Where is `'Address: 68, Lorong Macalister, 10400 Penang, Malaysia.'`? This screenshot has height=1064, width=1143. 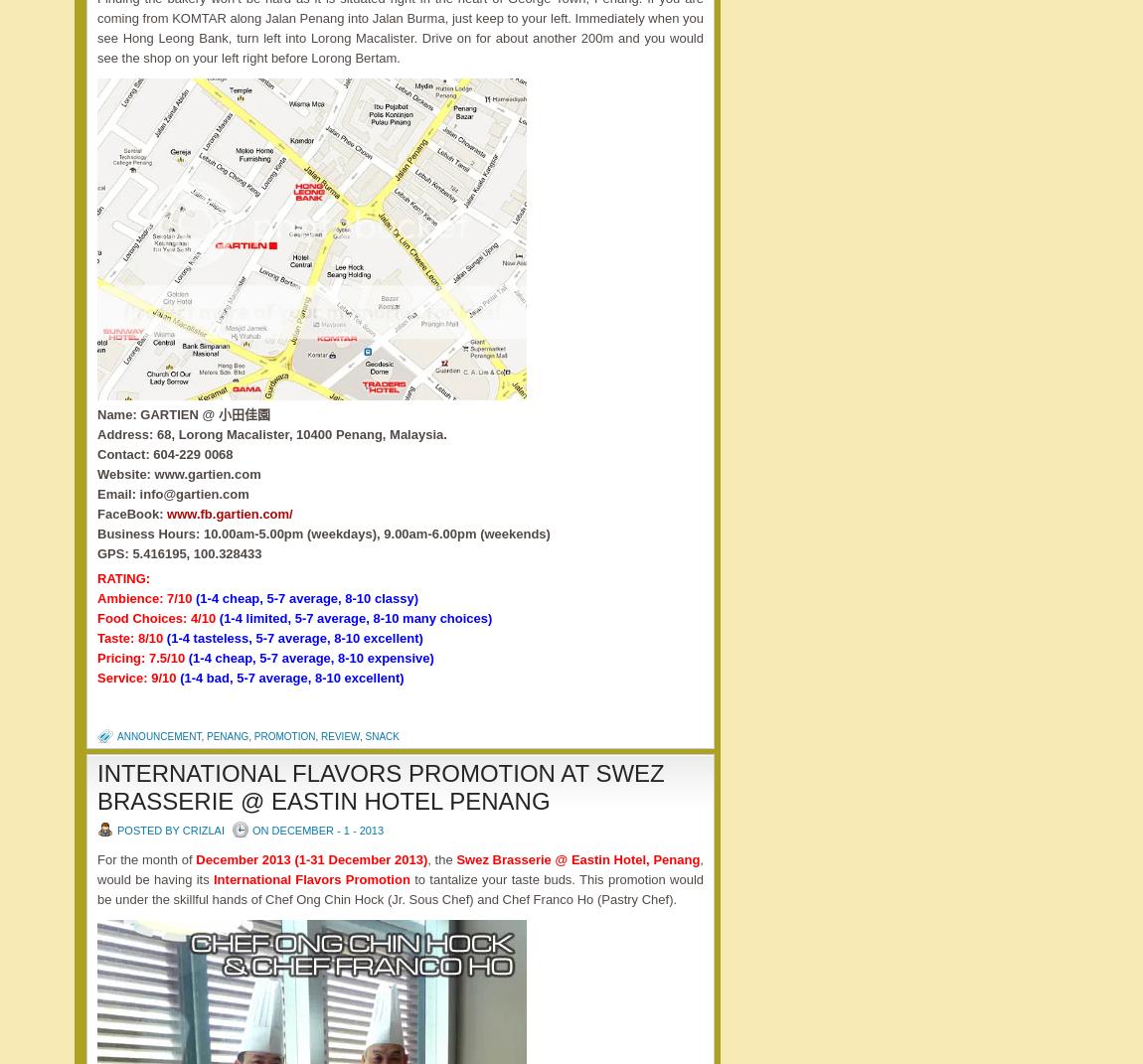
'Address: 68, Lorong Macalister, 10400 Penang, Malaysia.' is located at coordinates (95, 434).